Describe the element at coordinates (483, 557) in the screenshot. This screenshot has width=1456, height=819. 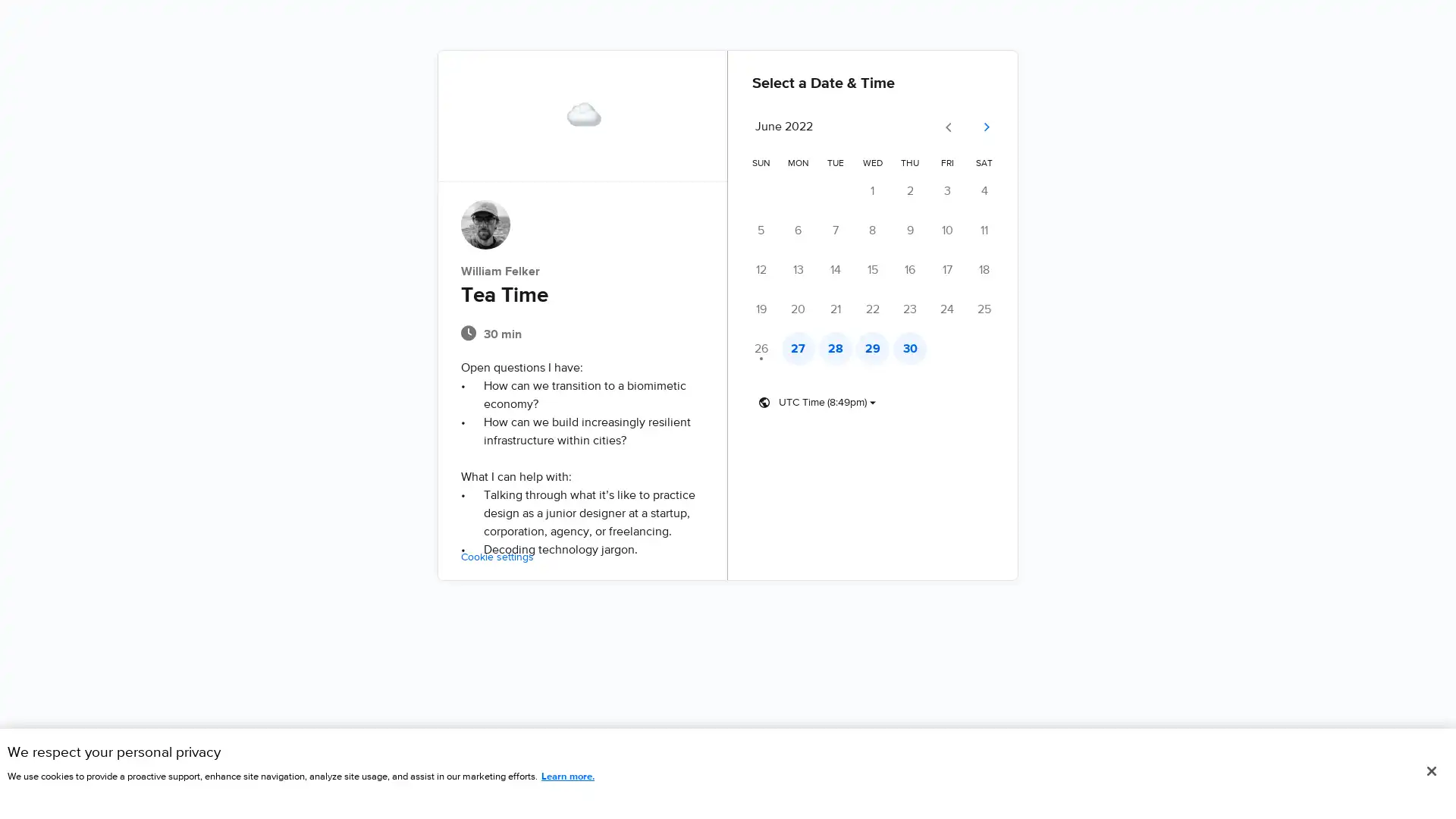
I see `Cookie settings` at that location.